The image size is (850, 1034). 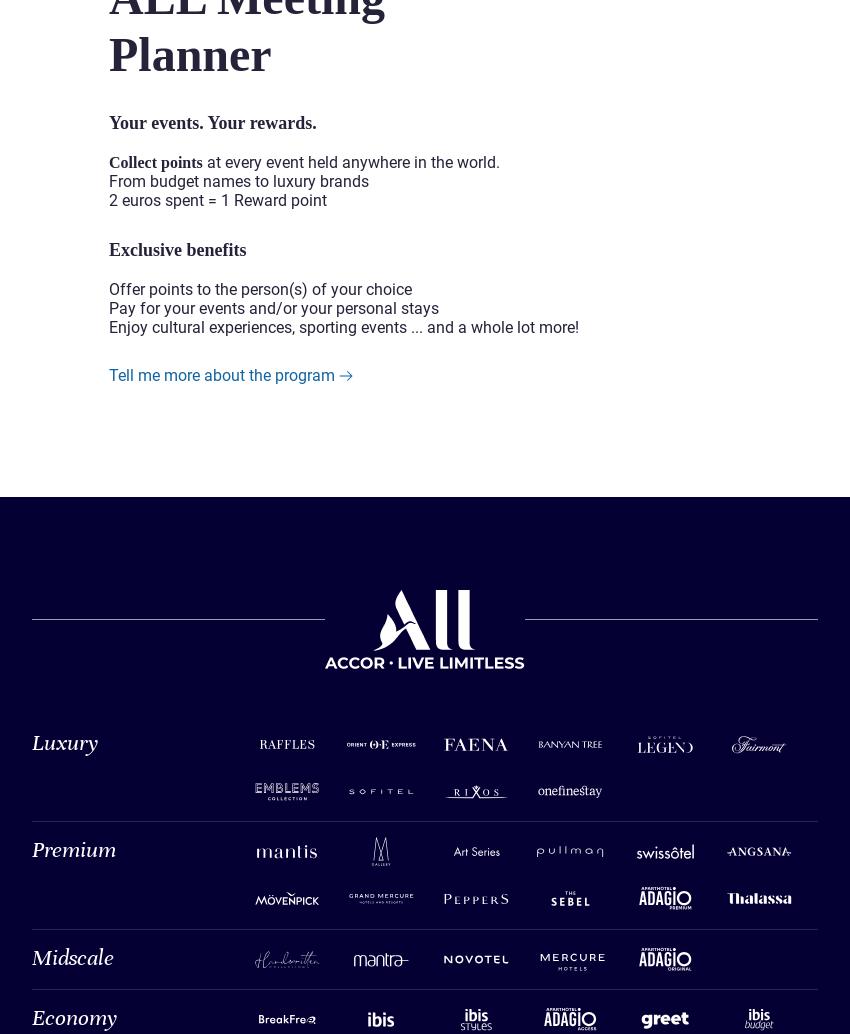 I want to click on 'Enjoy cultural experiences, sporting events ... and a whole lot more!', so click(x=107, y=325).